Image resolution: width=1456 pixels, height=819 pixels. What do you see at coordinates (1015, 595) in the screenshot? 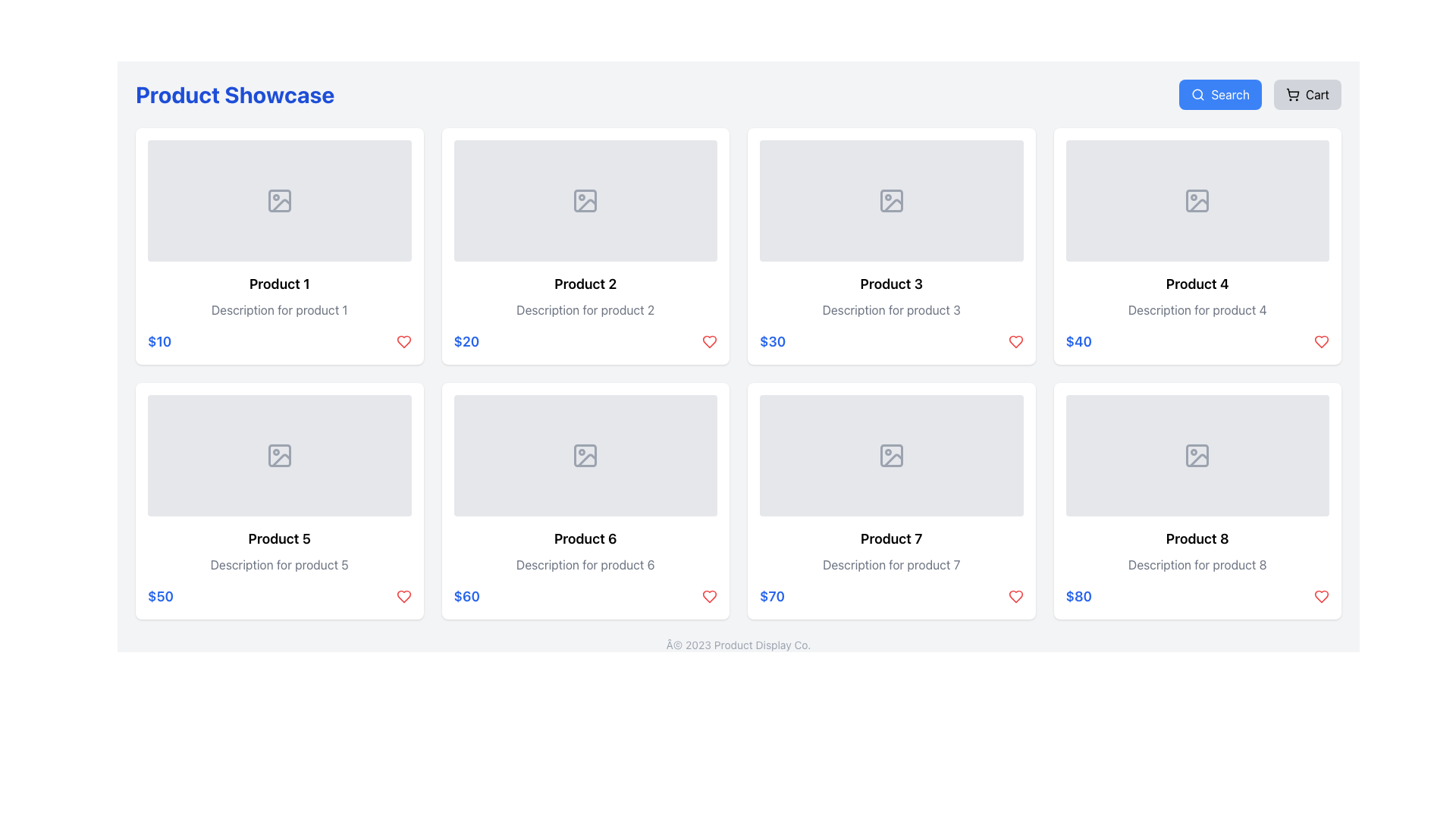
I see `the heart-shaped icon in the Product 7 card to mark the product as a favorite` at bounding box center [1015, 595].